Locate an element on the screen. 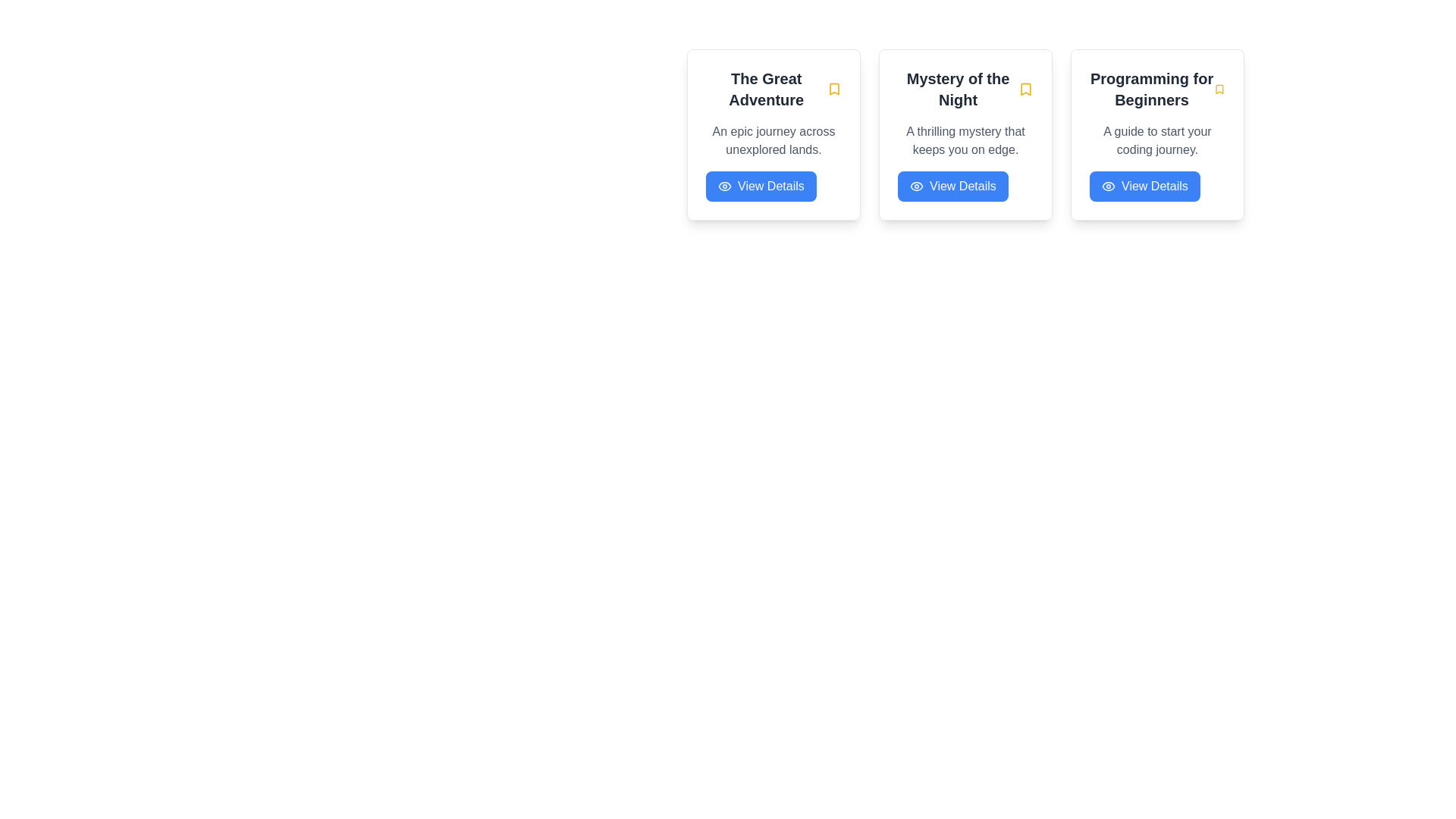 The height and width of the screenshot is (819, 1456). the static text element that provides a descriptive overview of 'Mystery of the Night', located in the middle of the three cards, below the title and above the 'View Details' button is located at coordinates (965, 140).